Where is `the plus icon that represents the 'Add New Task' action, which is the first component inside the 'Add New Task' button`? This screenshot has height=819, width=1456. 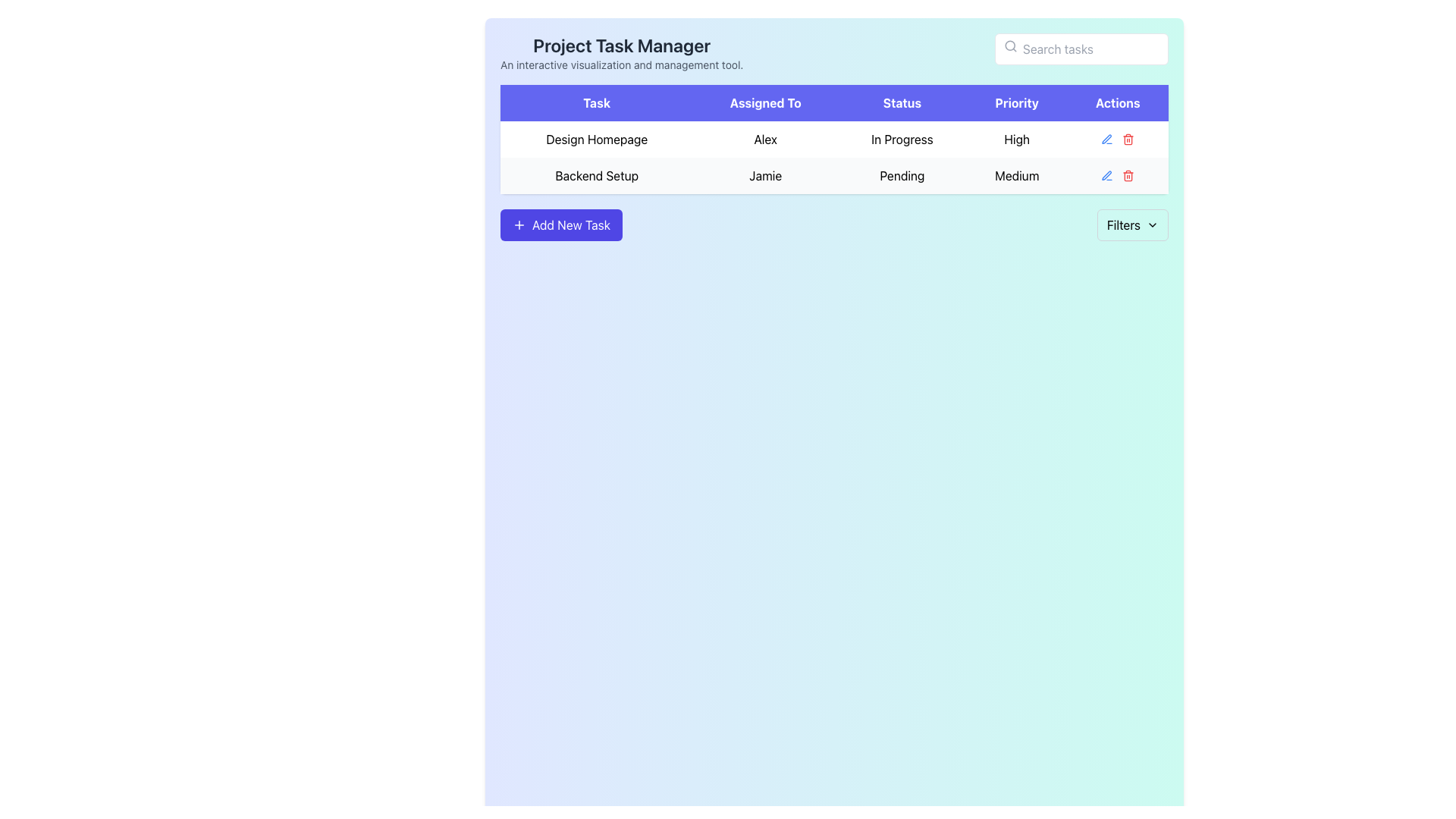
the plus icon that represents the 'Add New Task' action, which is the first component inside the 'Add New Task' button is located at coordinates (519, 225).